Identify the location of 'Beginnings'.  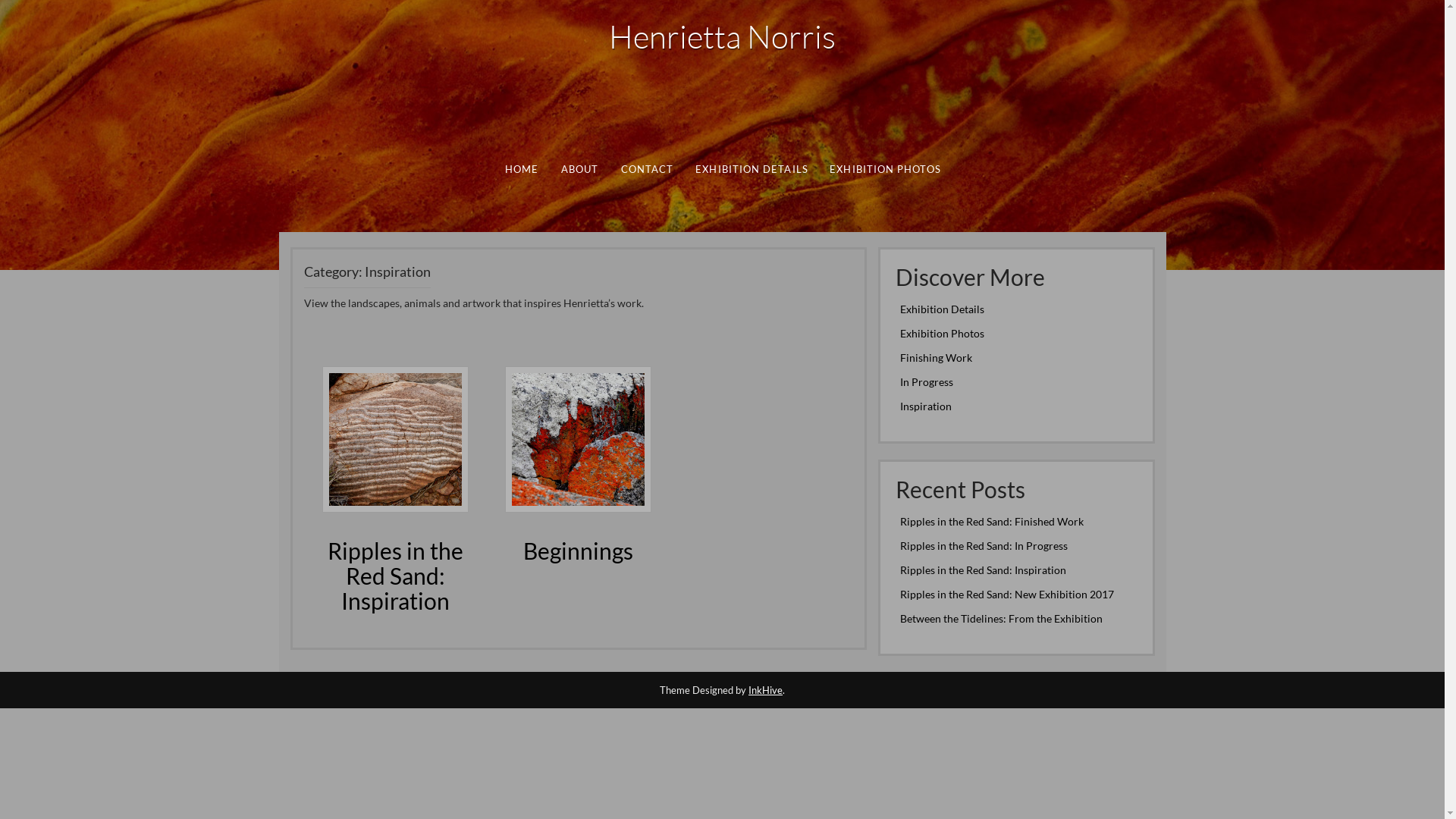
(577, 550).